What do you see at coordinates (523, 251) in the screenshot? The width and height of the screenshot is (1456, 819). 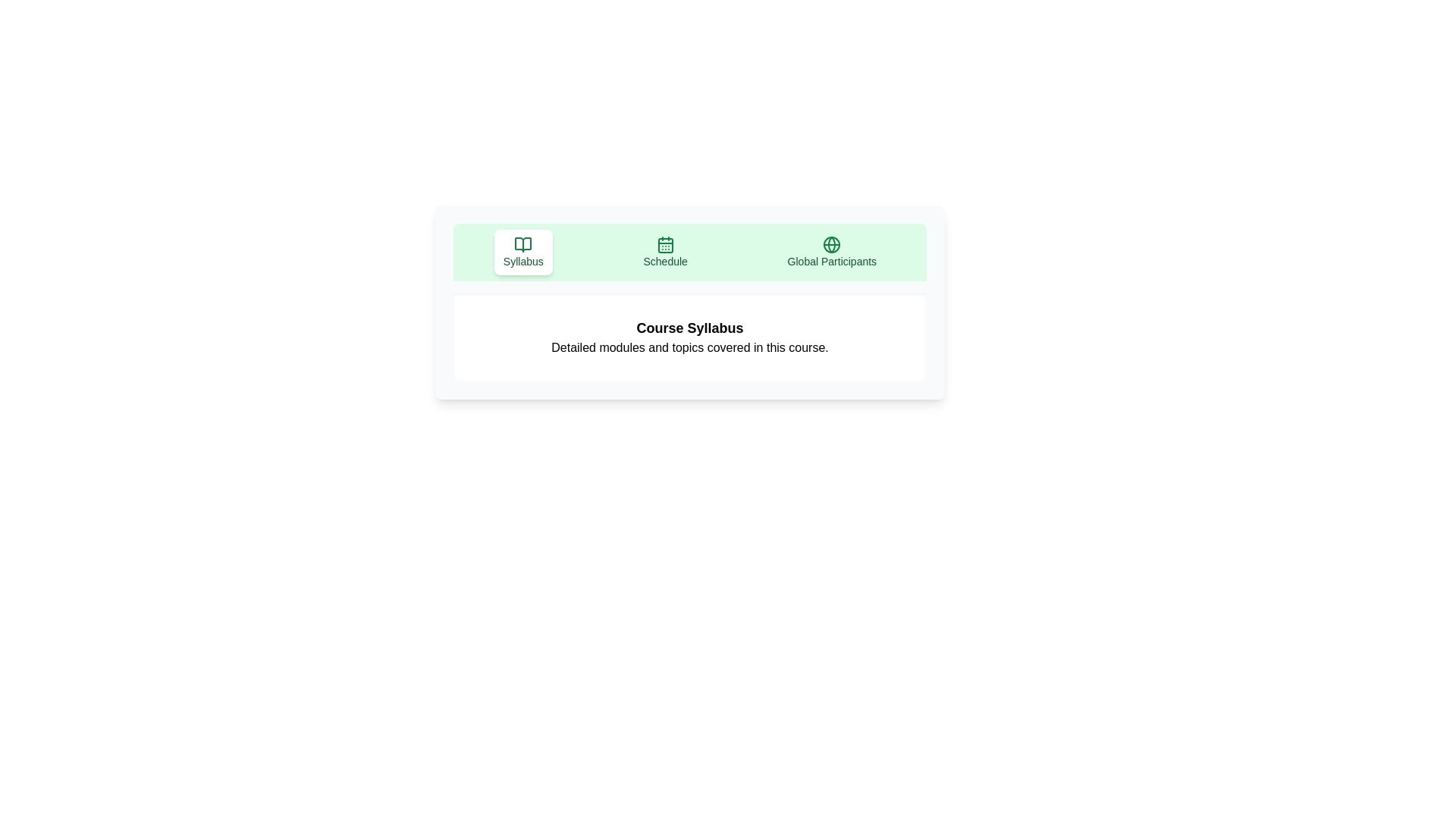 I see `the Syllabus tab to view its content` at bounding box center [523, 251].